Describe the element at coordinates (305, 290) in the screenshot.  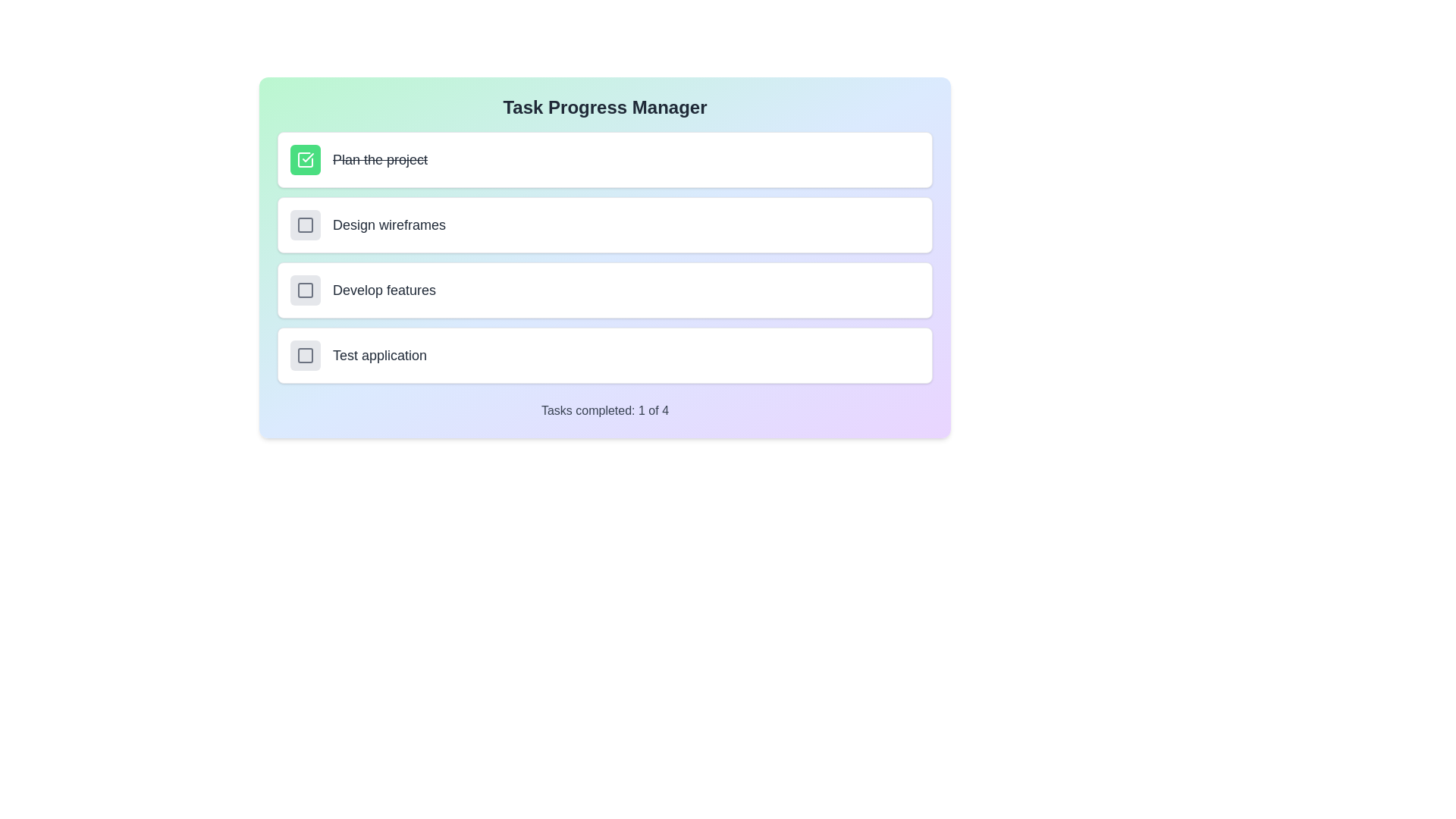
I see `the inner SVG element of the checkbox for the 'Develop features' task` at that location.